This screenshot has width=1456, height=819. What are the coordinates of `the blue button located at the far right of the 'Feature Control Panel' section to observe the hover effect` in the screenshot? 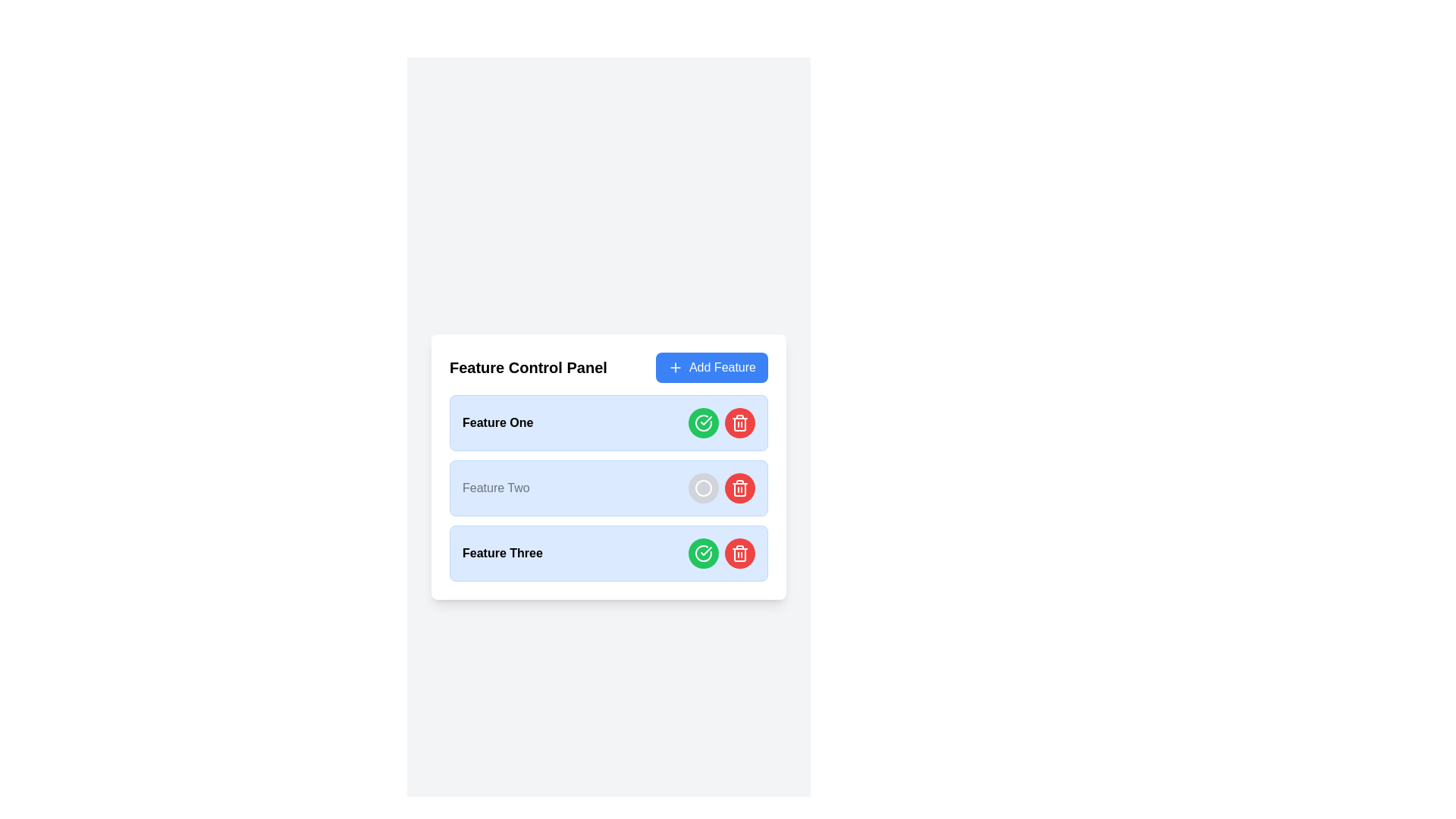 It's located at (711, 368).